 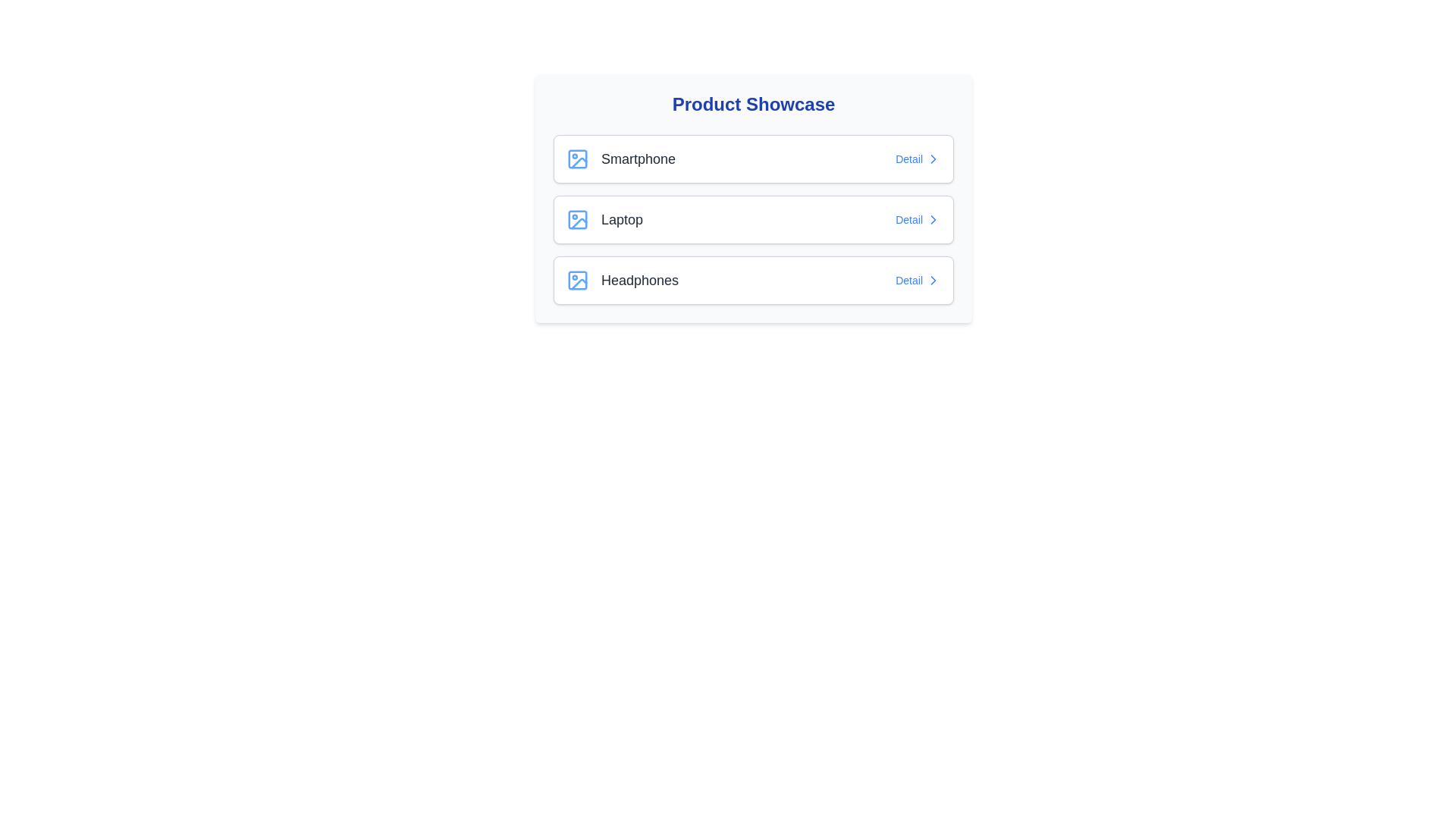 I want to click on the 'Detail' button for the Laptop product, so click(x=917, y=219).